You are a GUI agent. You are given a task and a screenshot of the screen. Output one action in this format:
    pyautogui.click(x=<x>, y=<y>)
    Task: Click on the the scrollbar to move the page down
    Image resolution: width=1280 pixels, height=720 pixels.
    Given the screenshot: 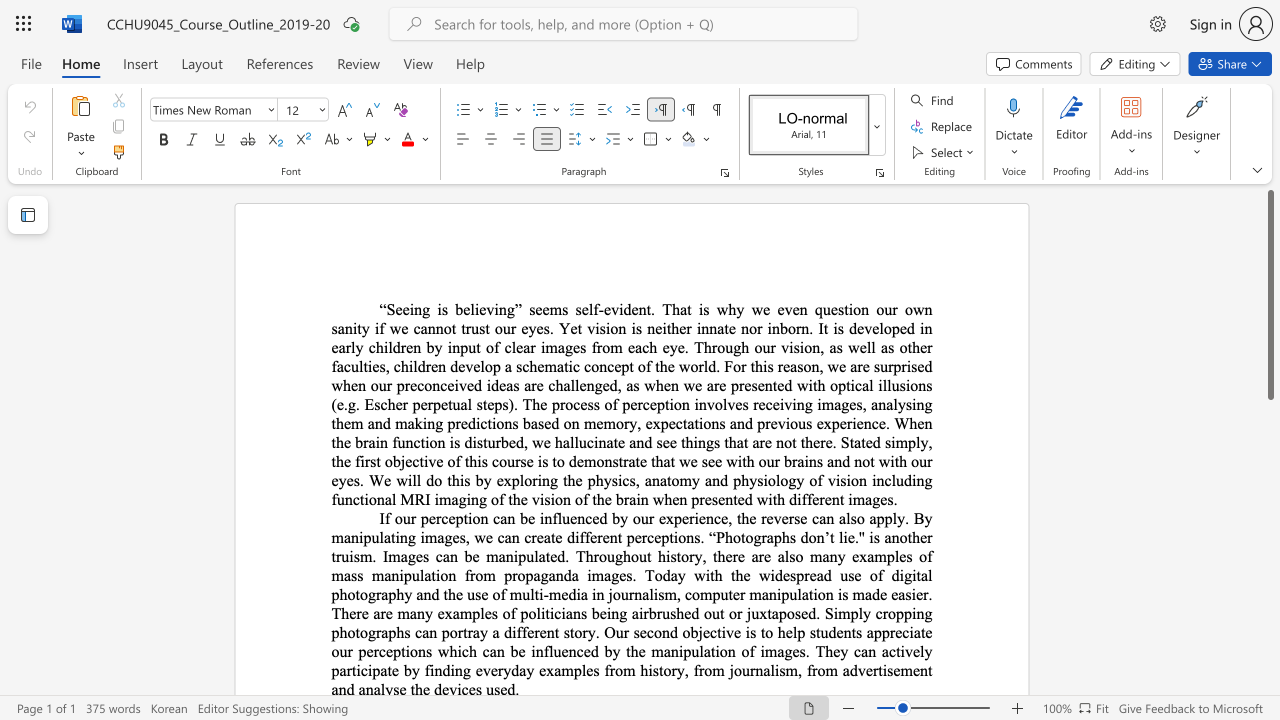 What is the action you would take?
    pyautogui.click(x=1269, y=450)
    